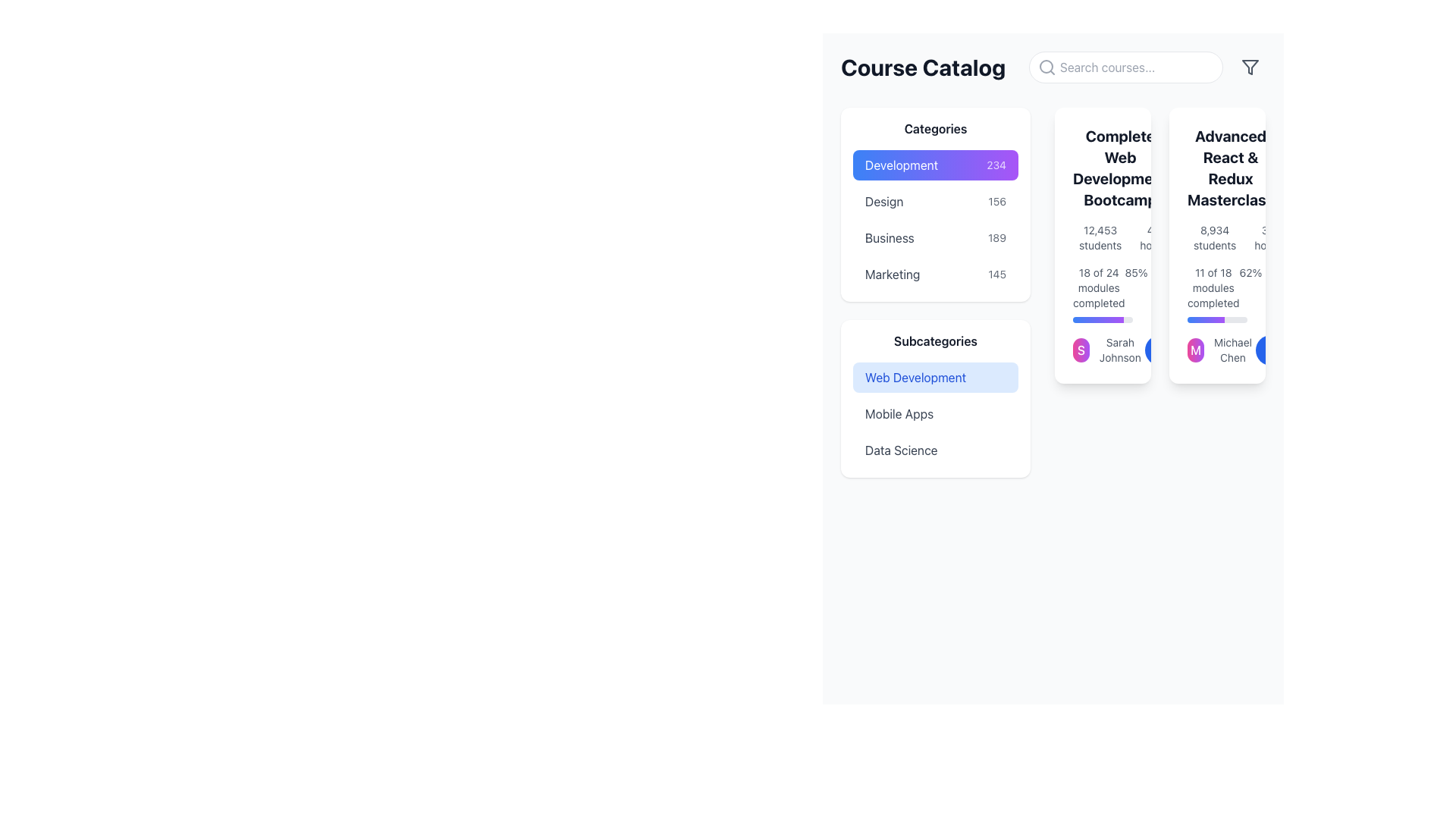  Describe the element at coordinates (1215, 237) in the screenshot. I see `the Text label displaying the number of students enrolled in the 'Advanced React & Redux Masterclass' course` at that location.